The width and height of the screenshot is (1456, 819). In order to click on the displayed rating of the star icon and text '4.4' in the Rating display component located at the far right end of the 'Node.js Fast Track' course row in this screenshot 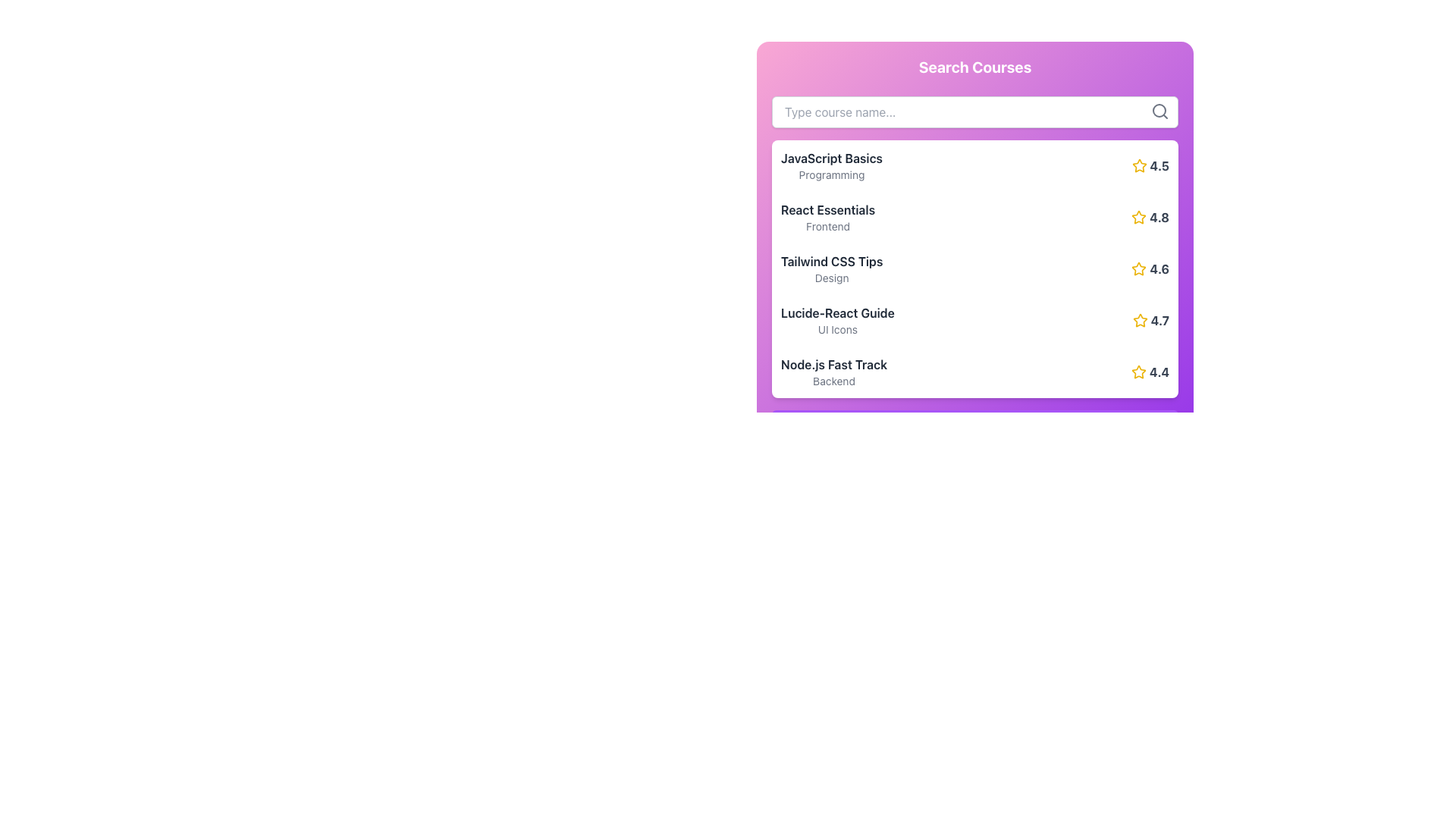, I will do `click(1150, 372)`.